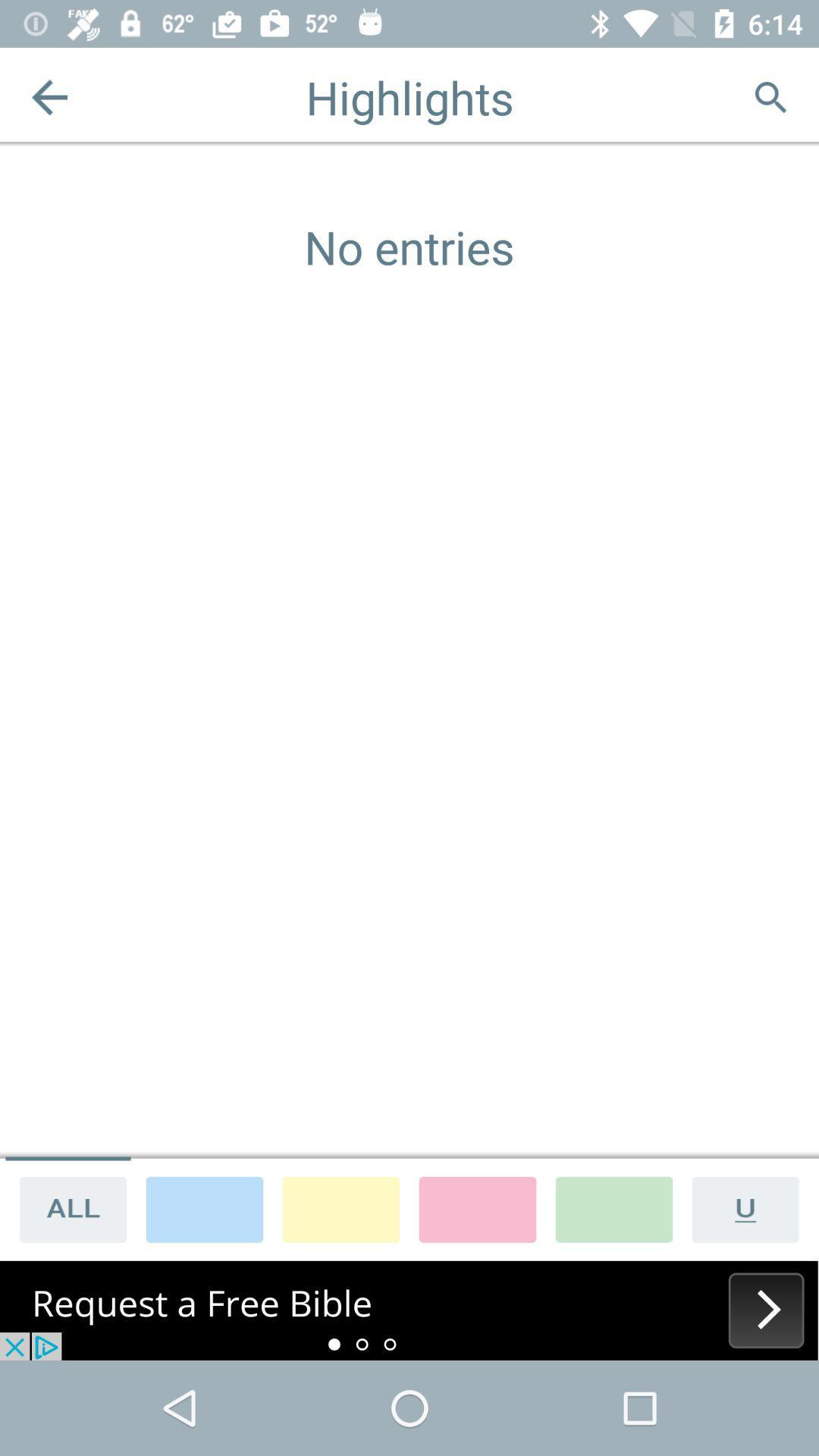  Describe the element at coordinates (770, 96) in the screenshot. I see `search option` at that location.